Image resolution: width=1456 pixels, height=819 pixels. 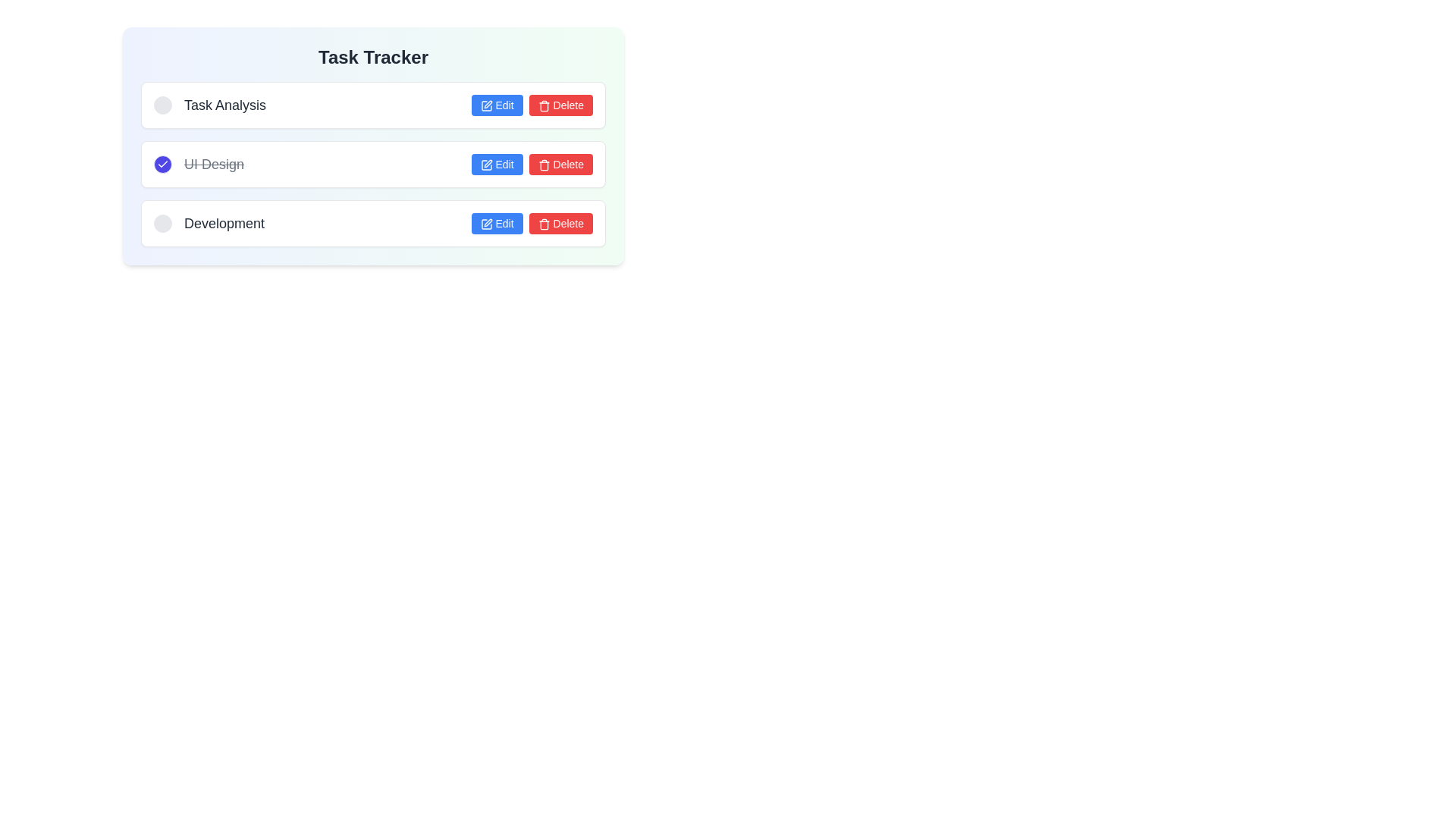 What do you see at coordinates (497, 223) in the screenshot?
I see `the 'Edit' button corresponding to the 'Development' task in the third row of the task list for interaction` at bounding box center [497, 223].